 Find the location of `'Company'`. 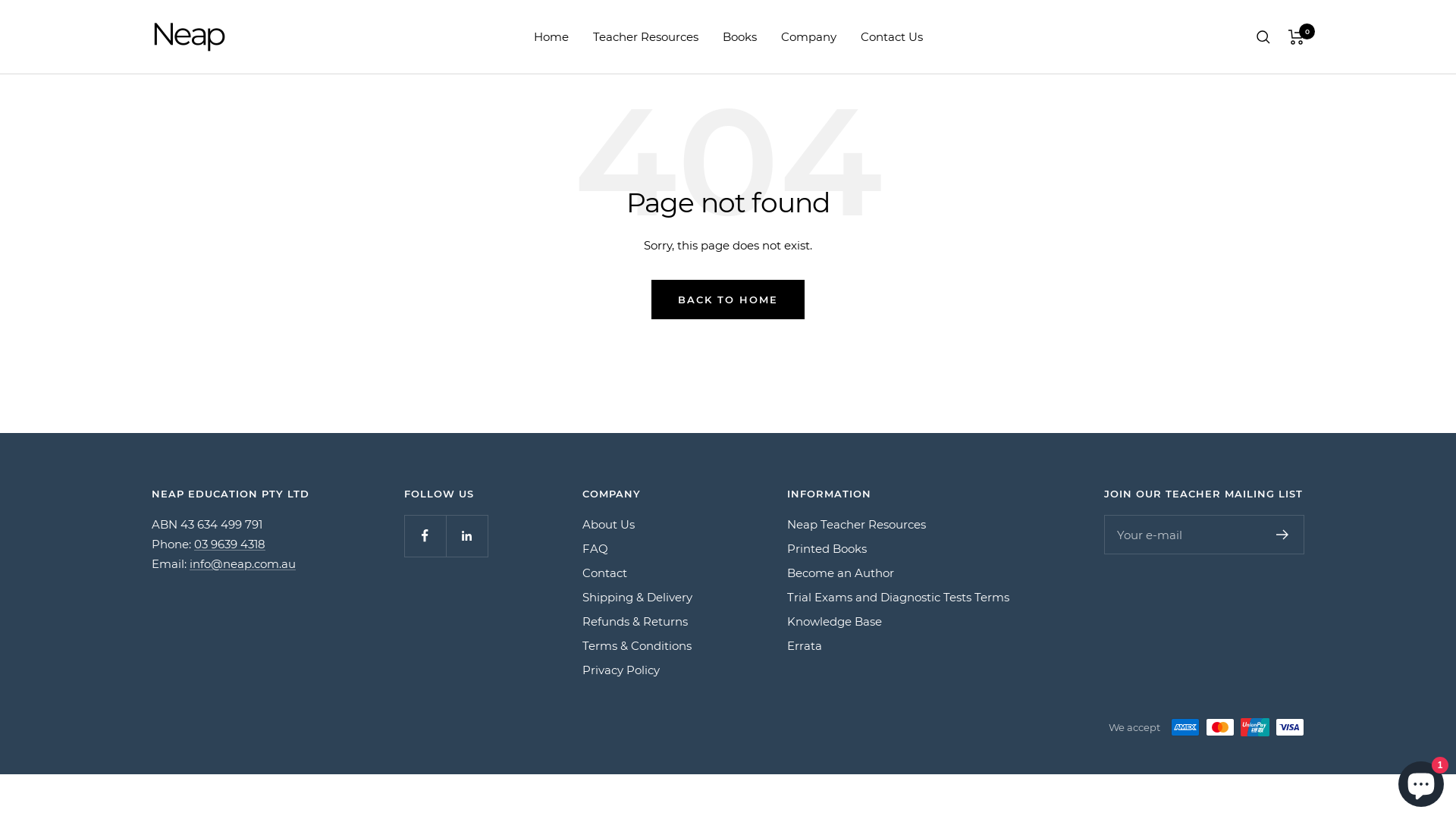

'Company' is located at coordinates (781, 36).